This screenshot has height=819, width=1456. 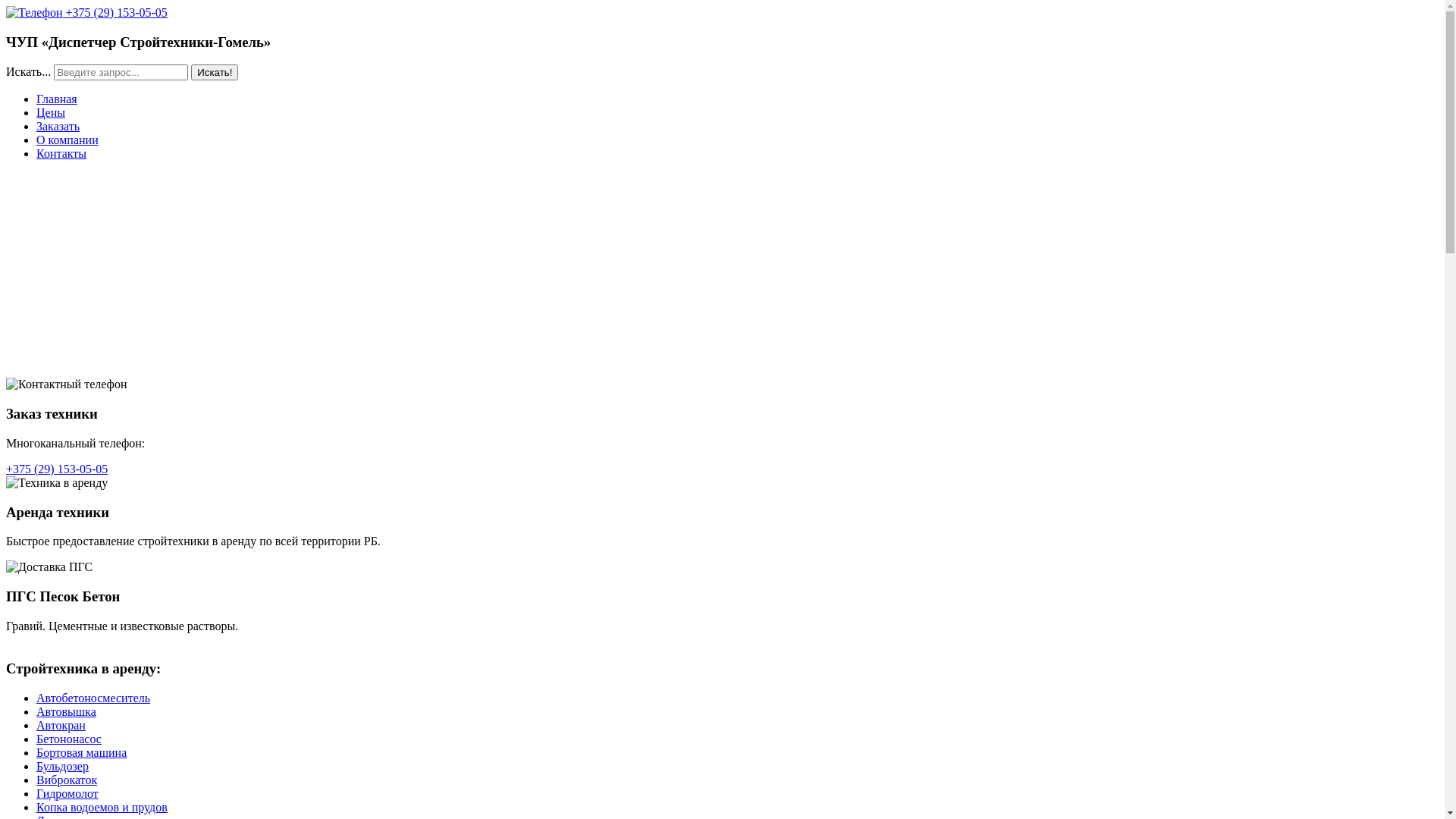 What do you see at coordinates (57, 468) in the screenshot?
I see `'+375 (29) 153-05-05'` at bounding box center [57, 468].